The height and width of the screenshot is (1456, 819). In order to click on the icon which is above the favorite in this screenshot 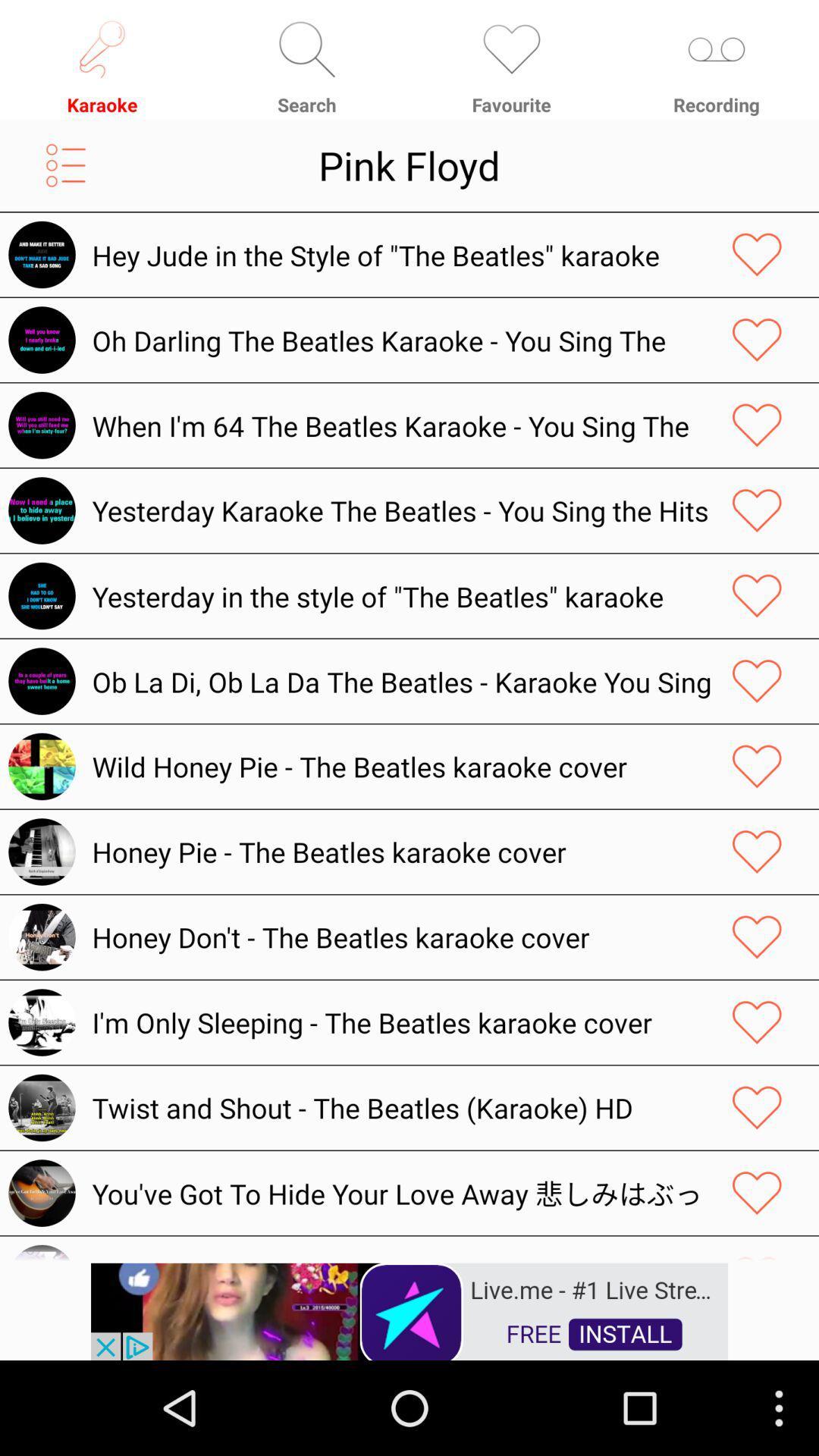, I will do `click(512, 49)`.